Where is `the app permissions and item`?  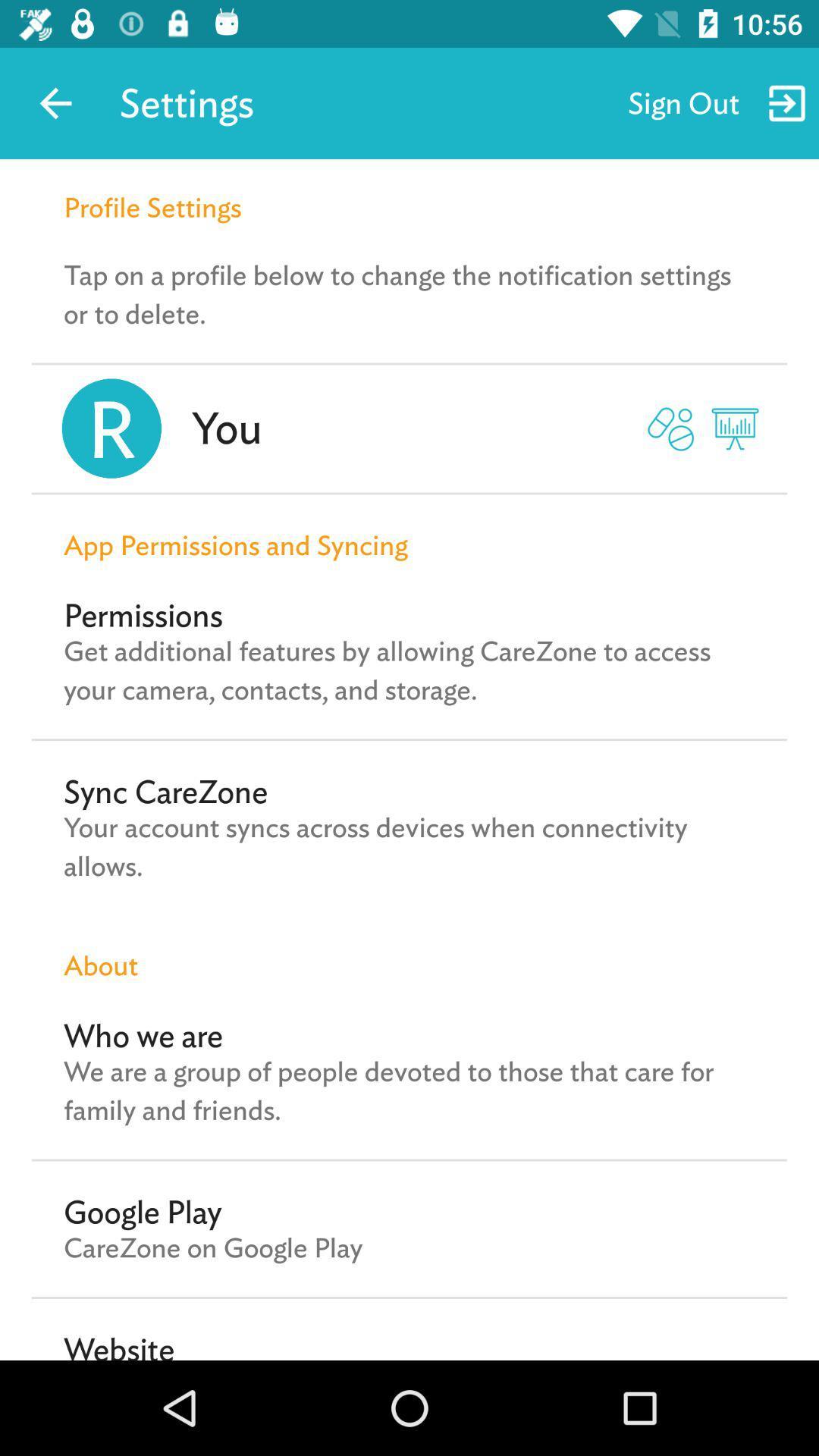
the app permissions and item is located at coordinates (409, 529).